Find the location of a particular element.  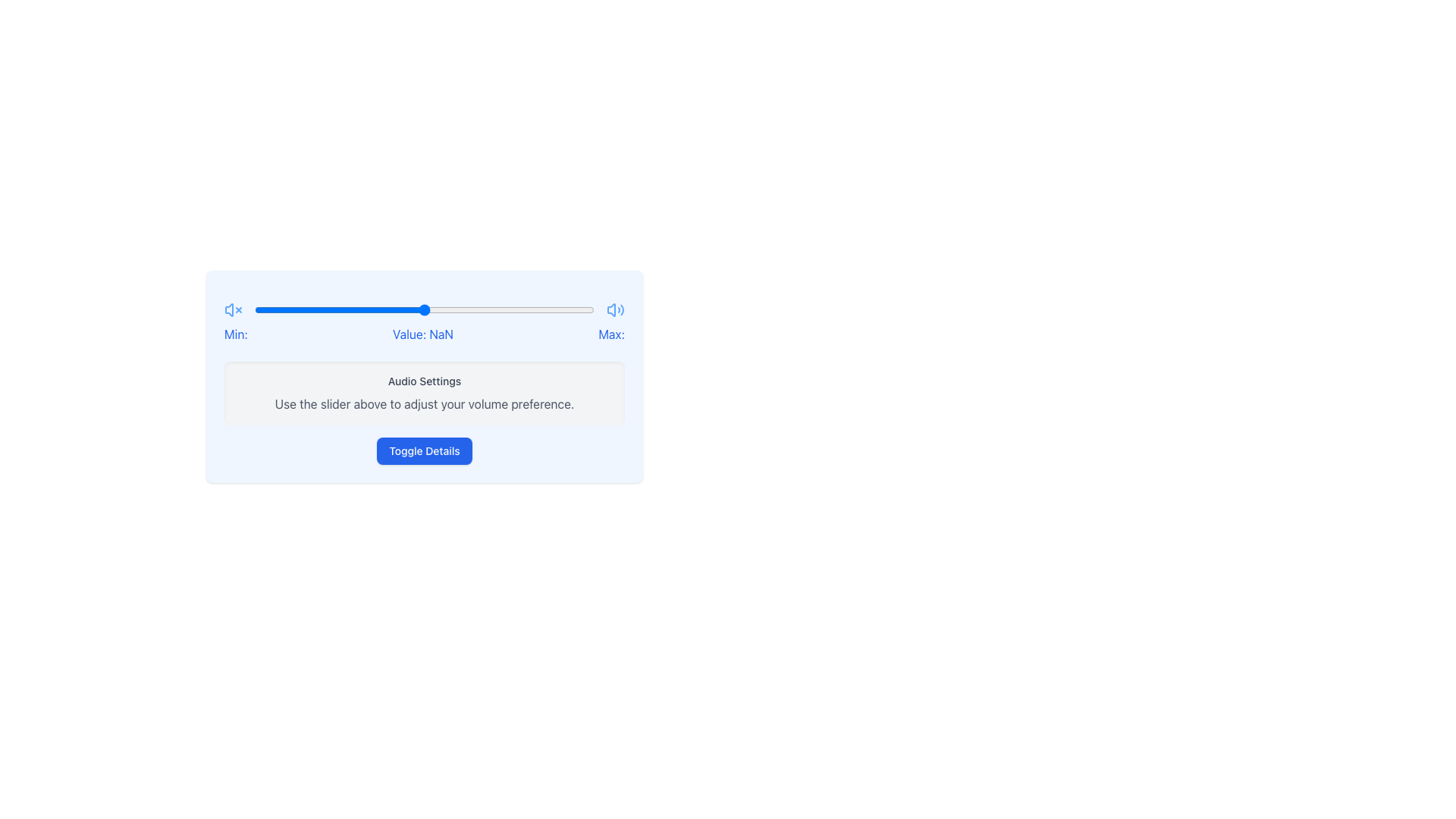

the text label displaying 'Value: NaN' which is positioned between 'Min:' and 'Max:' is located at coordinates (422, 333).